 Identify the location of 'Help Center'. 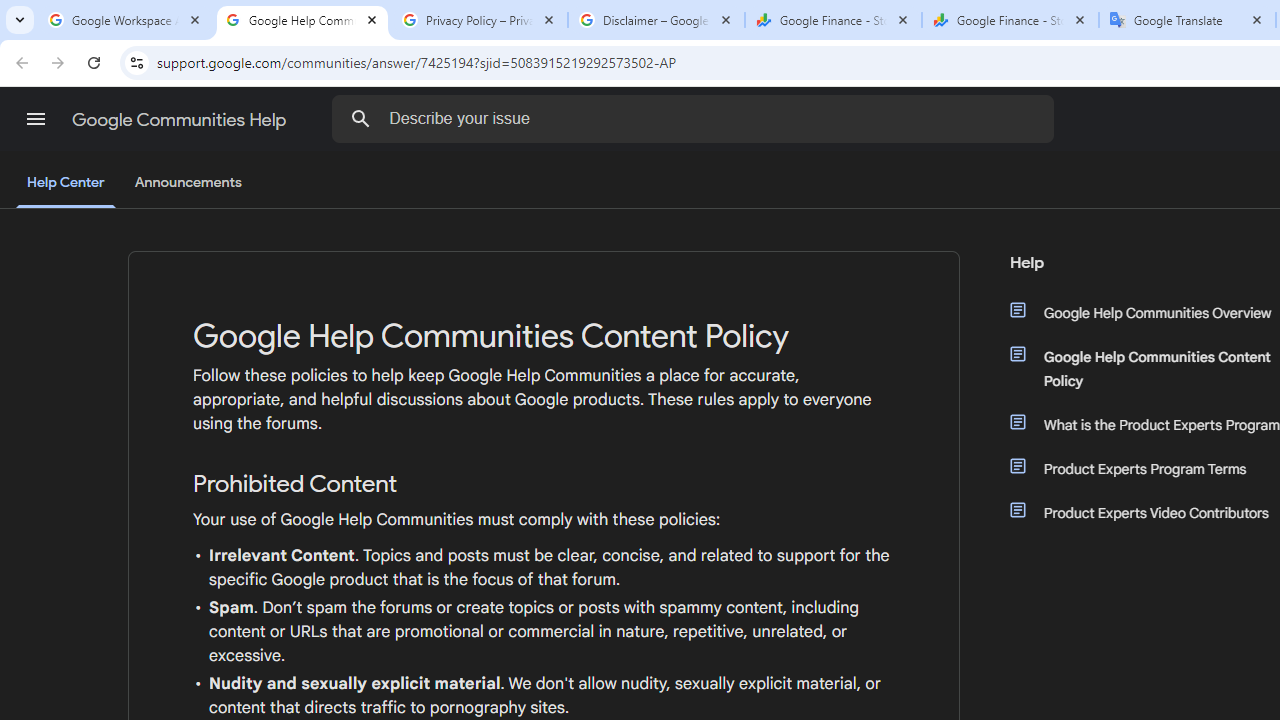
(65, 183).